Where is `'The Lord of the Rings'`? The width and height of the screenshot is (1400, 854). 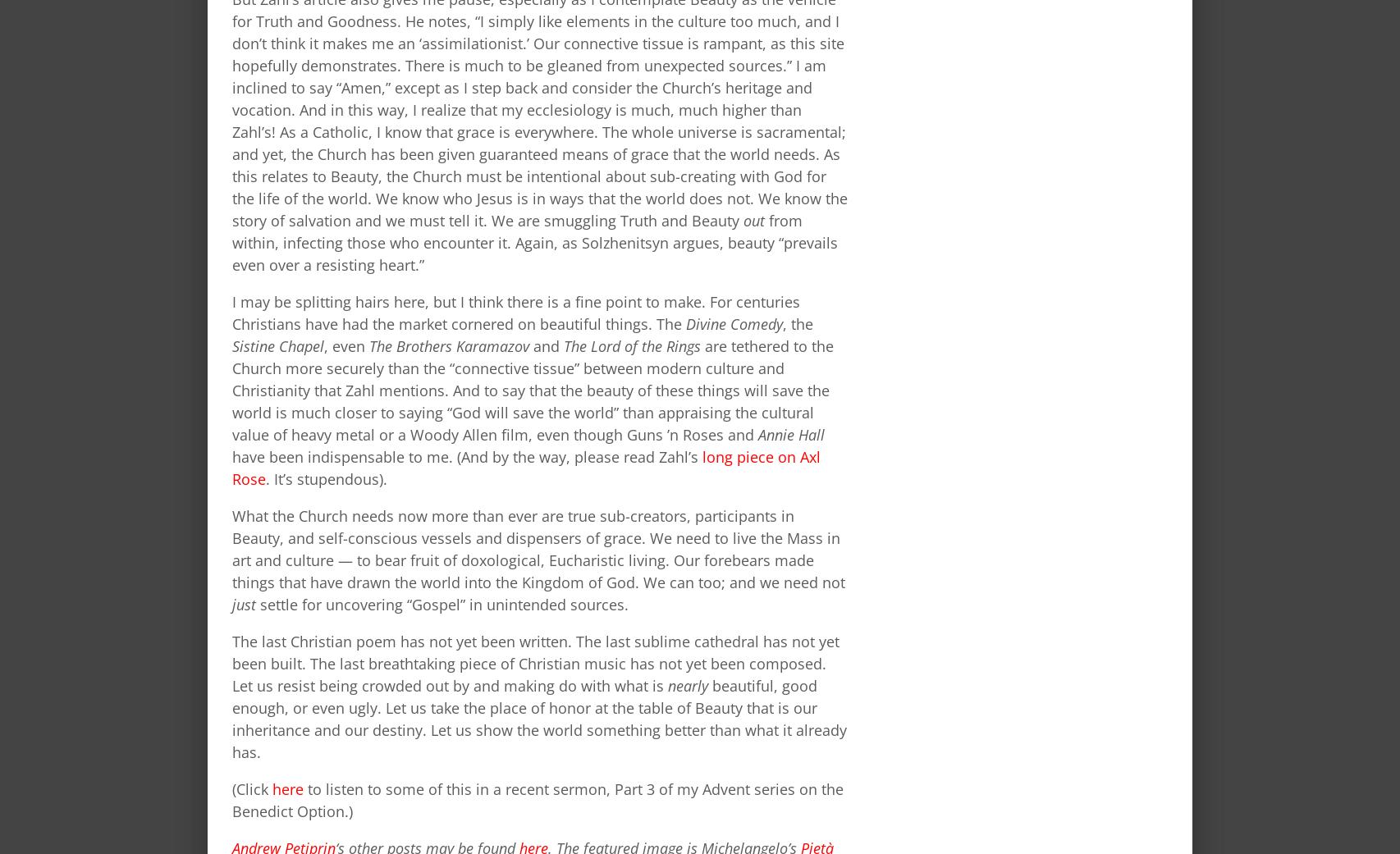
'The Lord of the Rings' is located at coordinates (563, 344).